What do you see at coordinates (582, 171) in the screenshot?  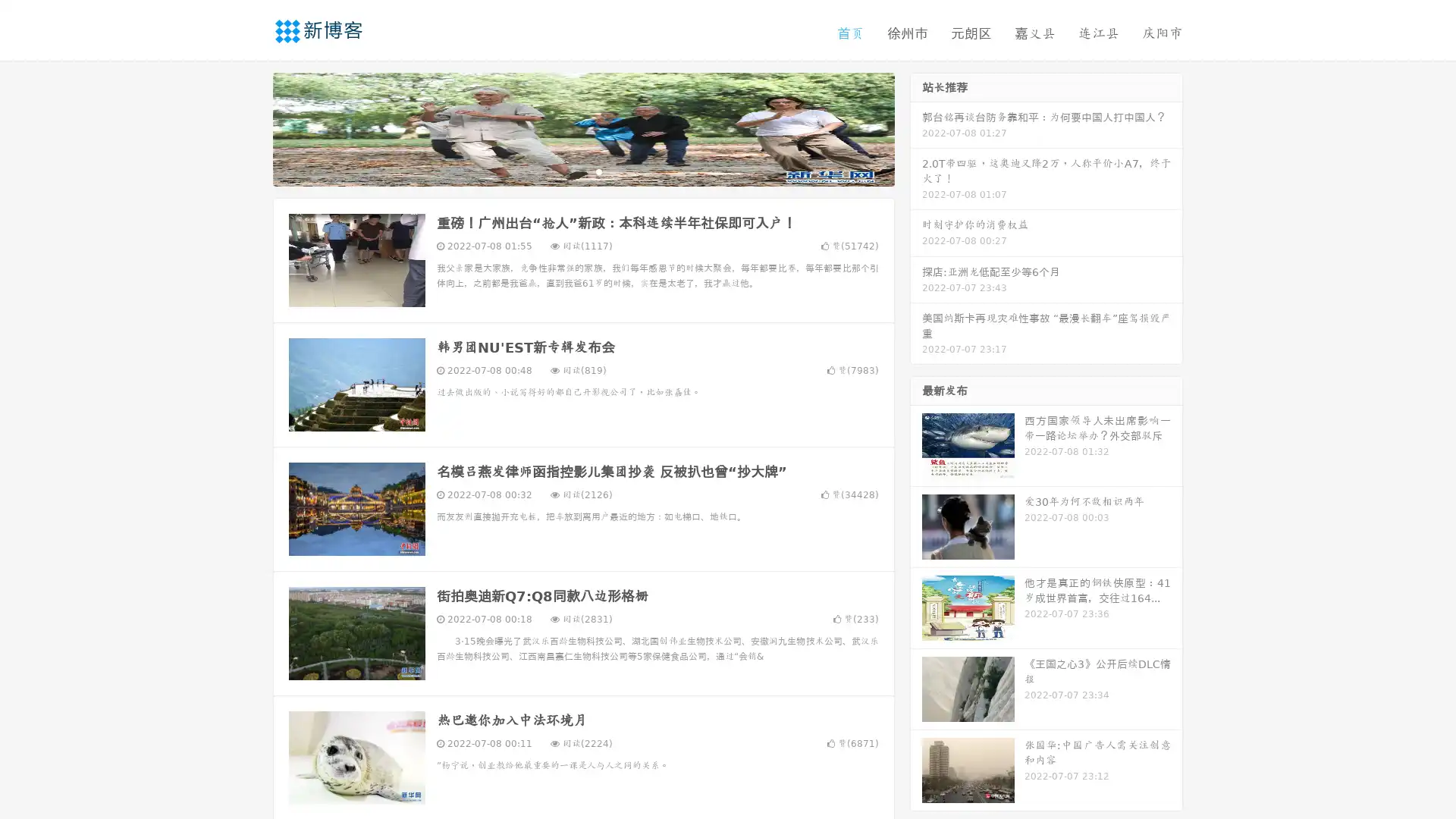 I see `Go to slide 2` at bounding box center [582, 171].